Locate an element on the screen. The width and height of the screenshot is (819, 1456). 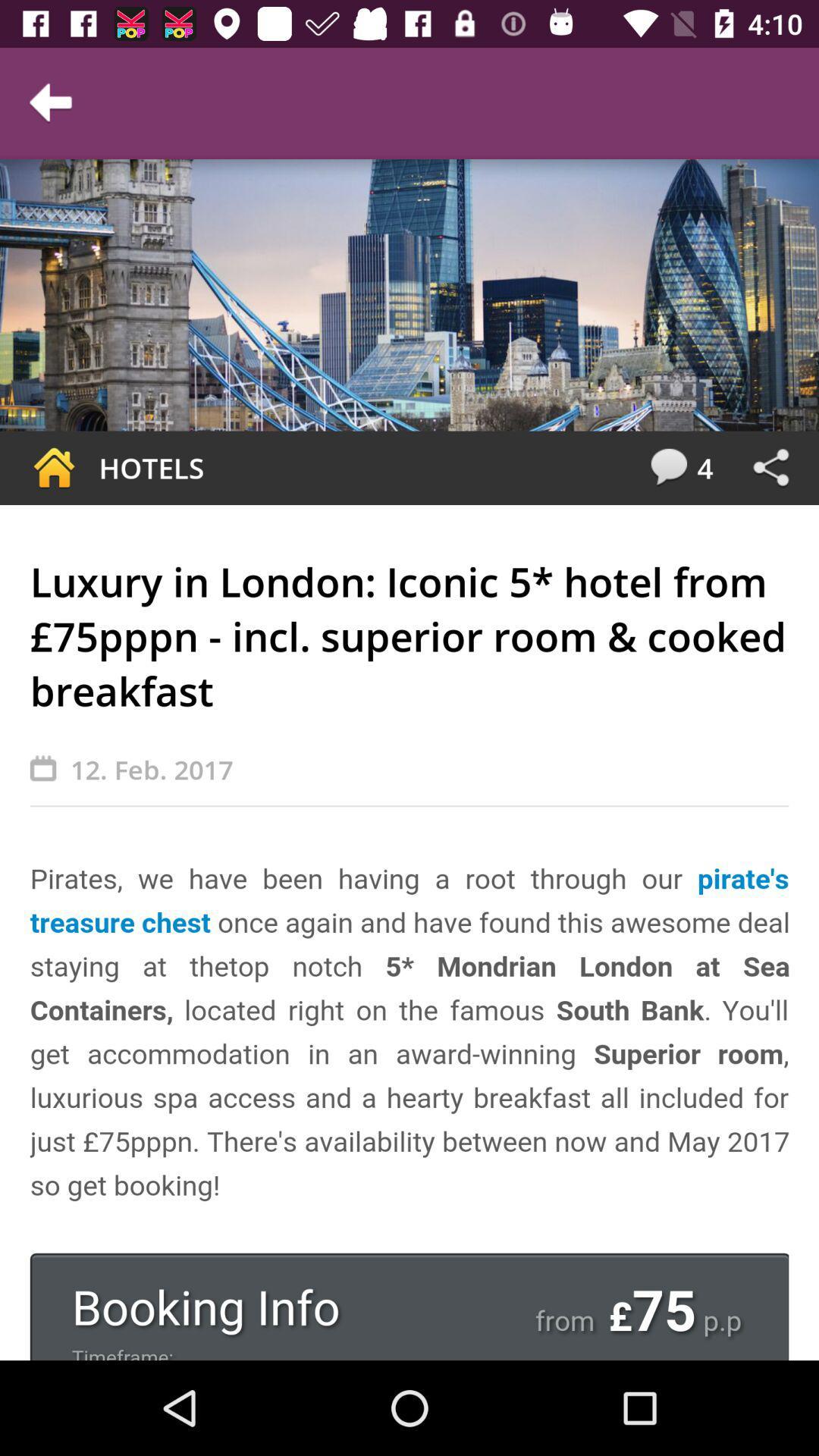
links is located at coordinates (770, 467).